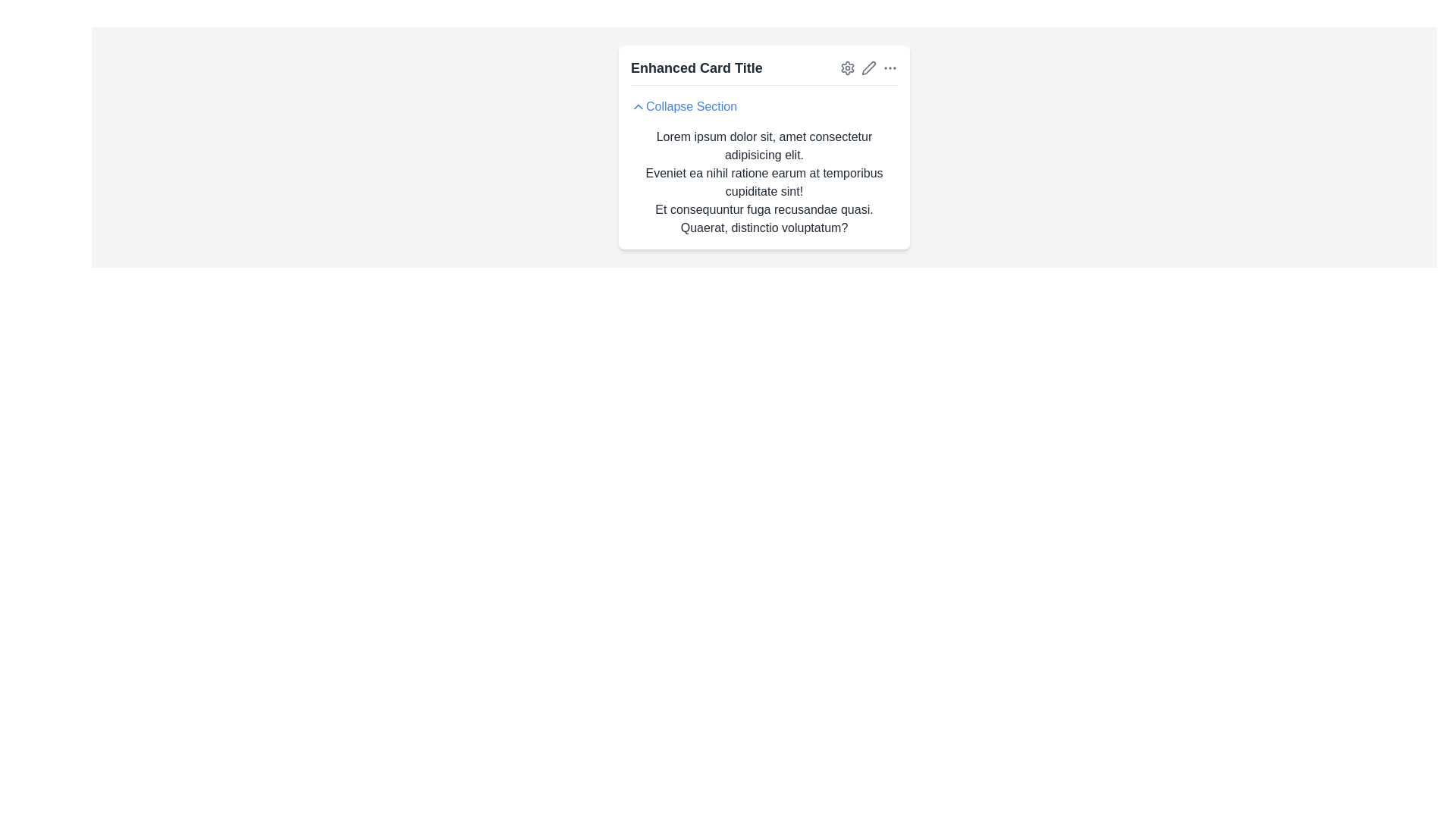 This screenshot has width=1456, height=819. I want to click on the concluding message text element located in the Enhanced Card Title, which is the third line of text below 'Eveniet ea nihil ratione earum at temporibus cupiditate sint!', so click(764, 219).